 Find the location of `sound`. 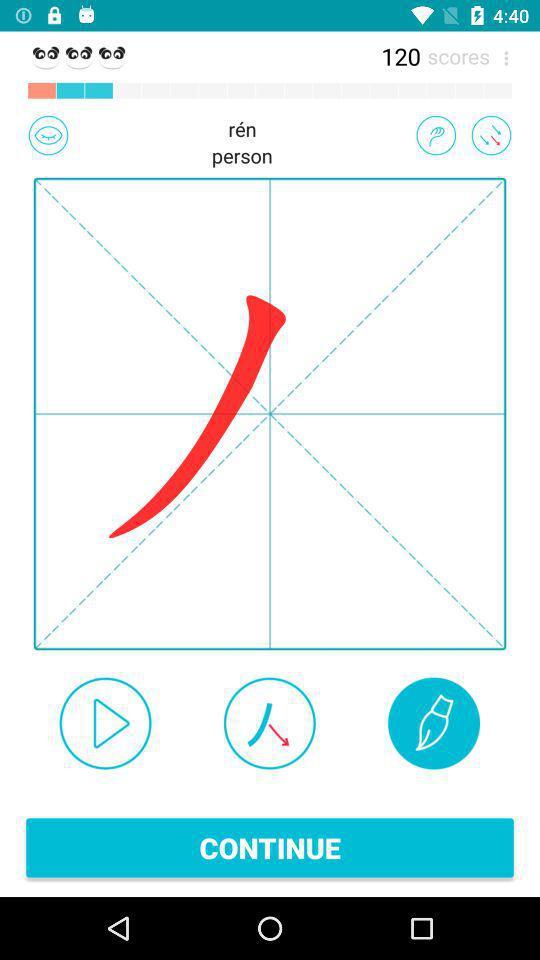

sound is located at coordinates (105, 722).